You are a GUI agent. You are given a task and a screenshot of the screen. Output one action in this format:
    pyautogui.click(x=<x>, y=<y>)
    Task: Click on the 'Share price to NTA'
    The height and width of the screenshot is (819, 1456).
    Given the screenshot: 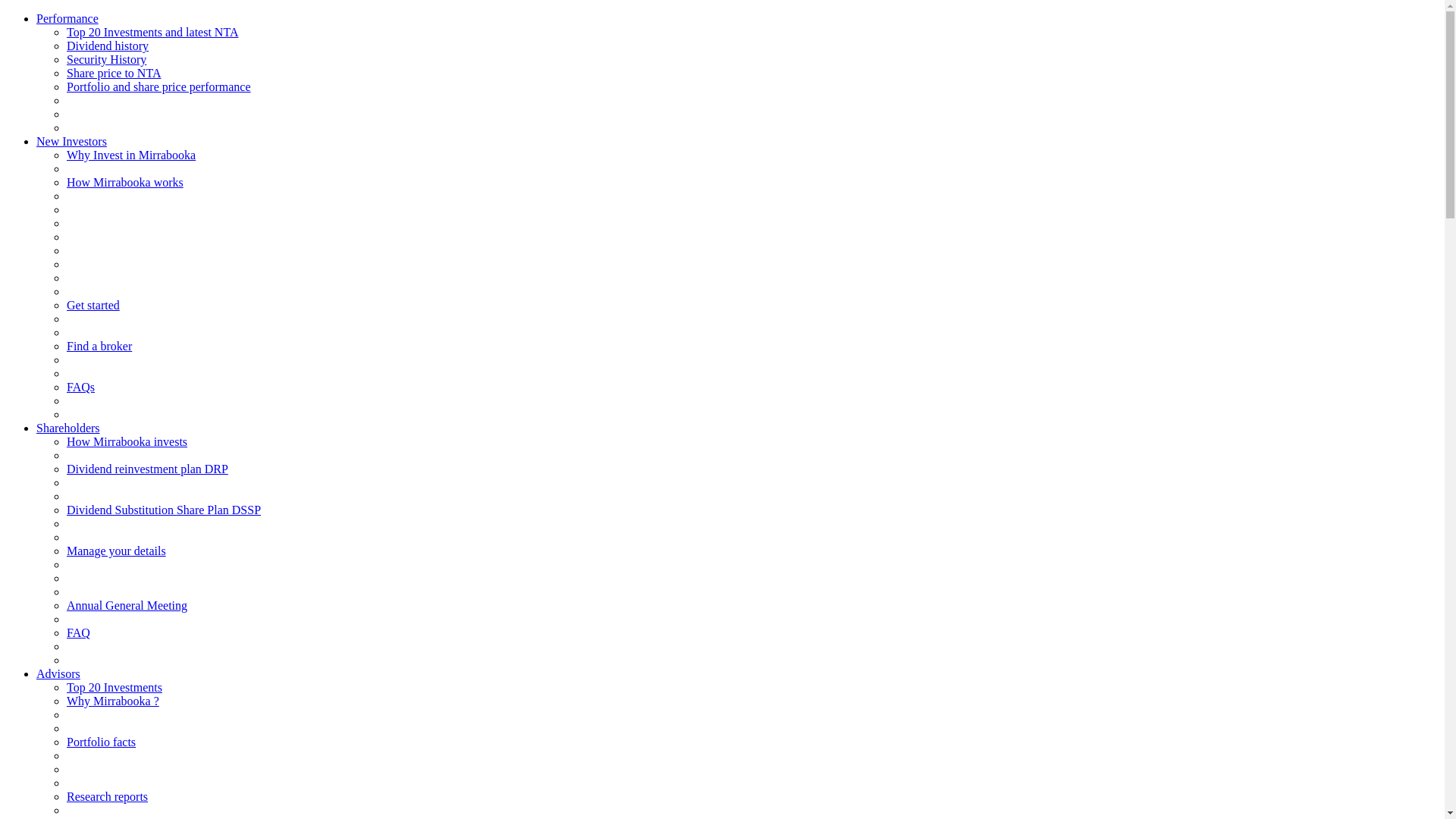 What is the action you would take?
    pyautogui.click(x=65, y=73)
    